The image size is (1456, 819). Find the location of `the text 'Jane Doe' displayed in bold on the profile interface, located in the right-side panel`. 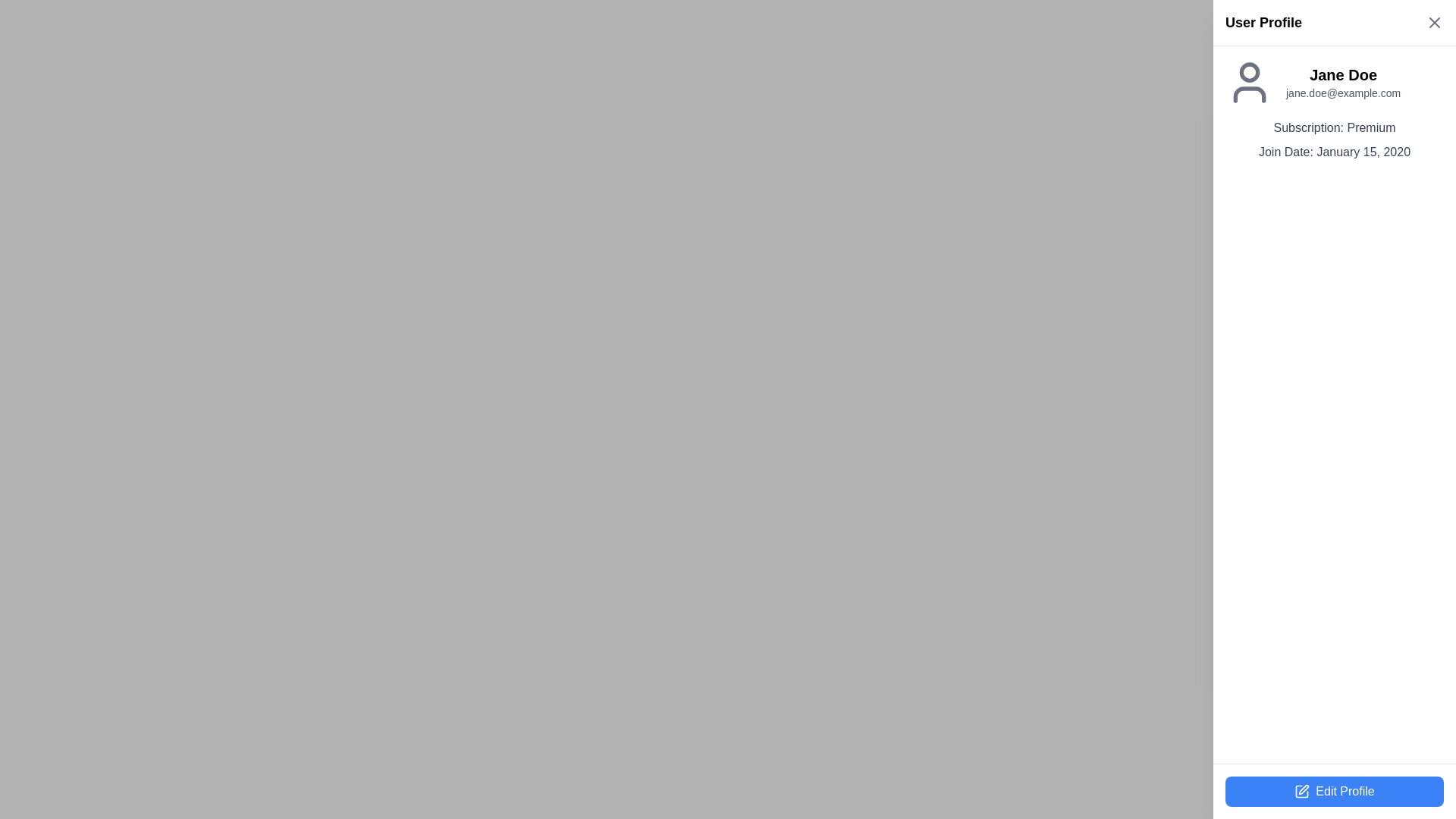

the text 'Jane Doe' displayed in bold on the profile interface, located in the right-side panel is located at coordinates (1343, 82).